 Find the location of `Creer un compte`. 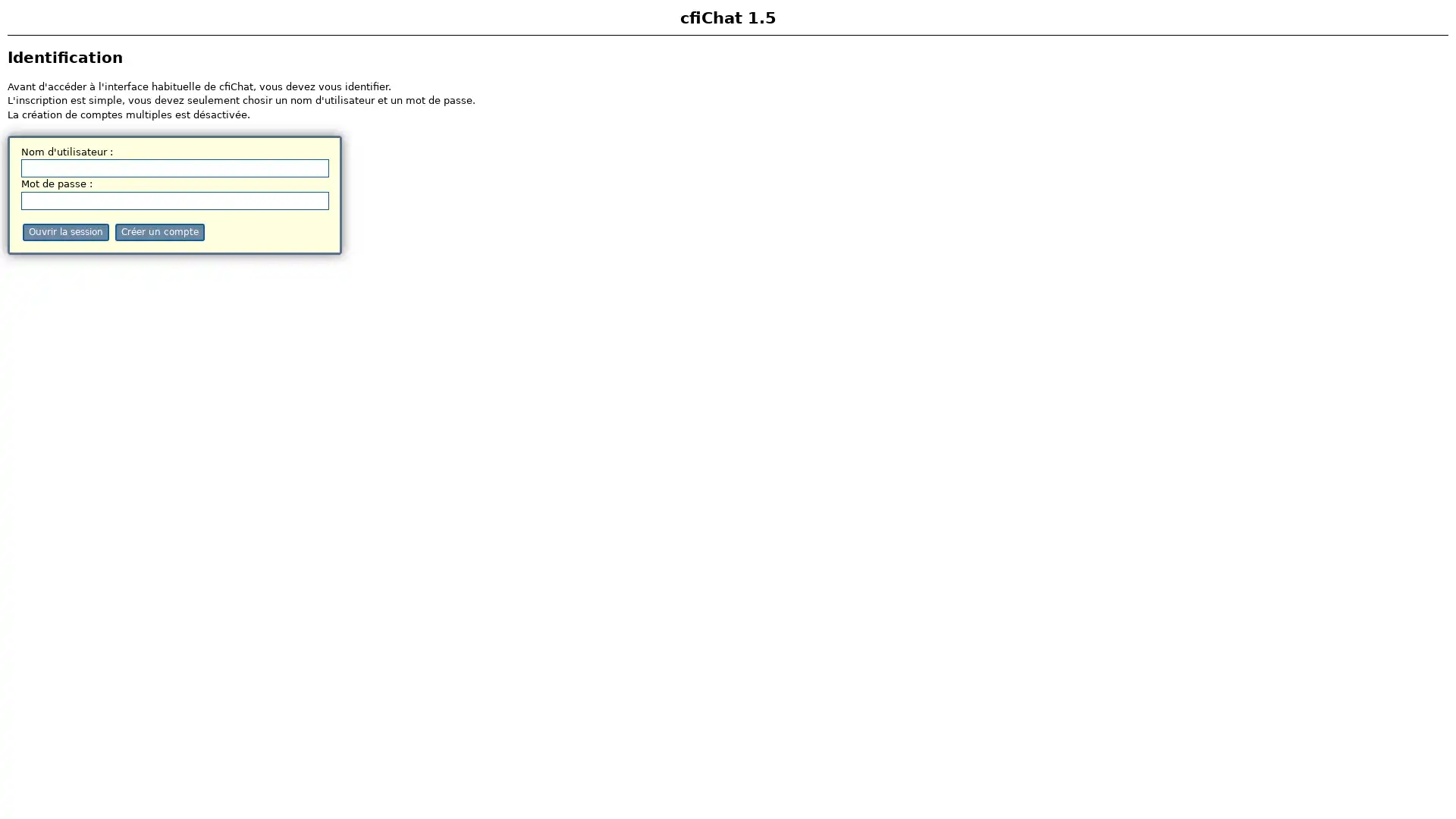

Creer un compte is located at coordinates (160, 231).